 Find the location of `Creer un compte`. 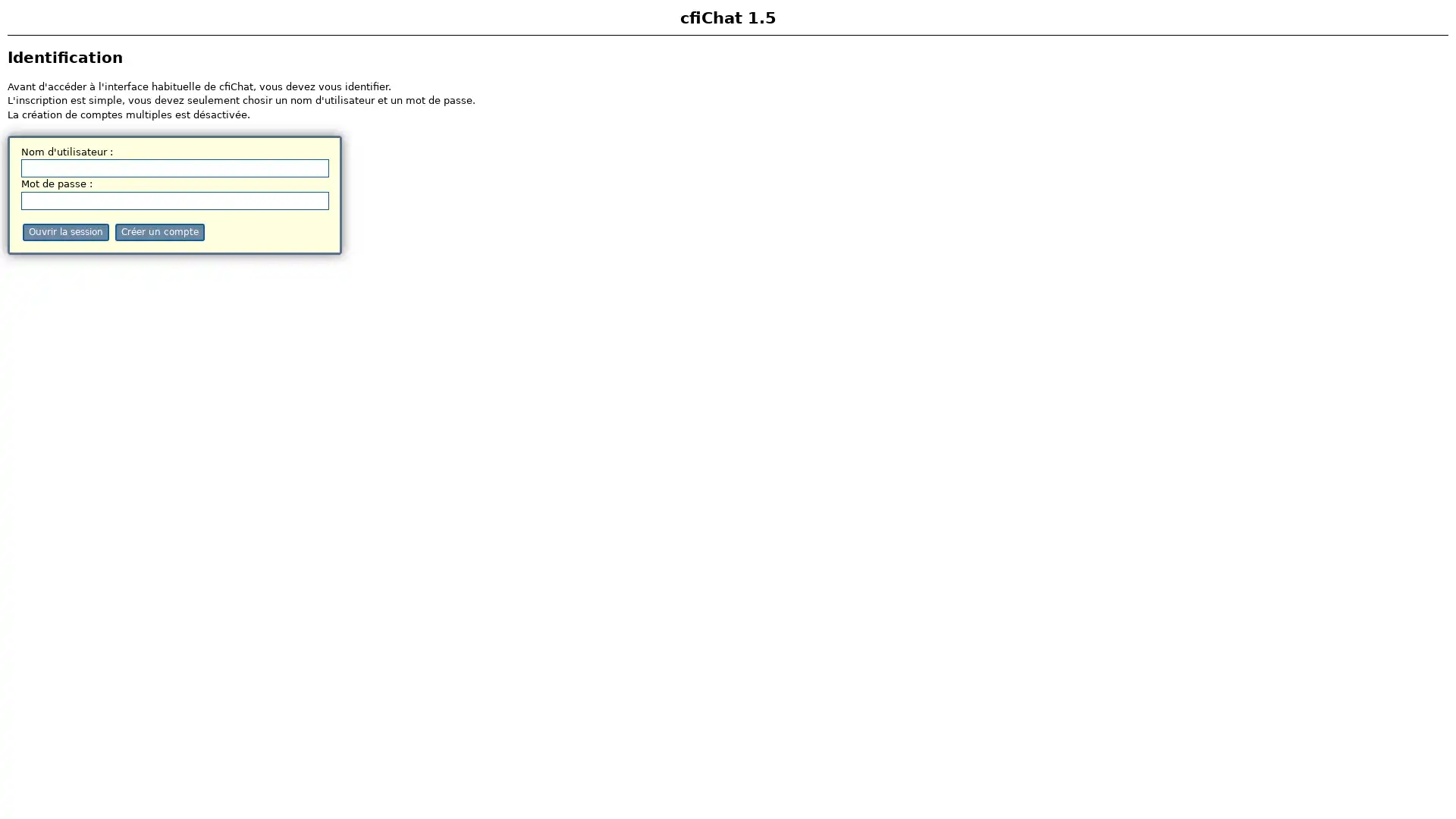

Creer un compte is located at coordinates (160, 231).